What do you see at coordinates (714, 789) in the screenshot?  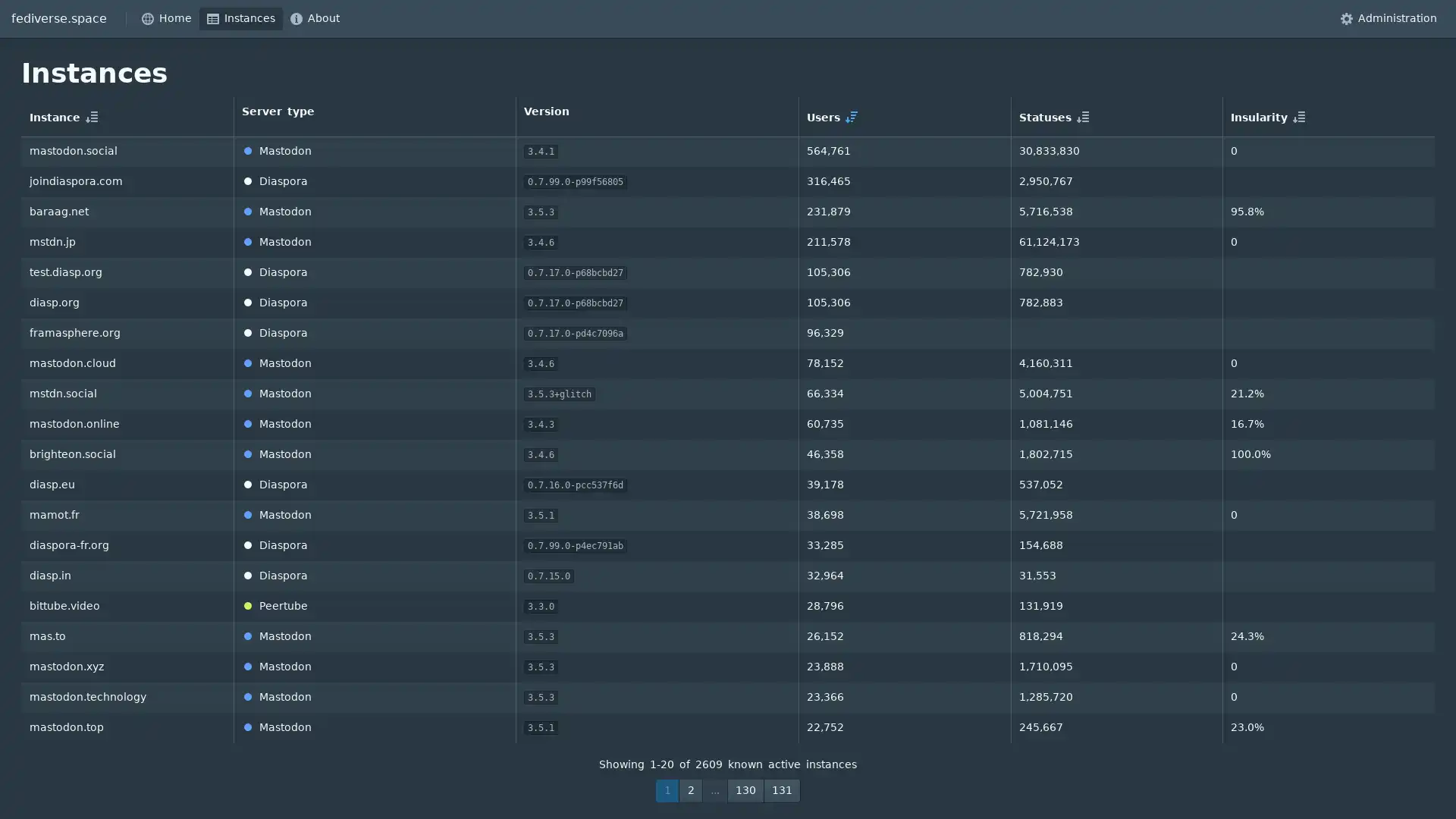 I see `...` at bounding box center [714, 789].